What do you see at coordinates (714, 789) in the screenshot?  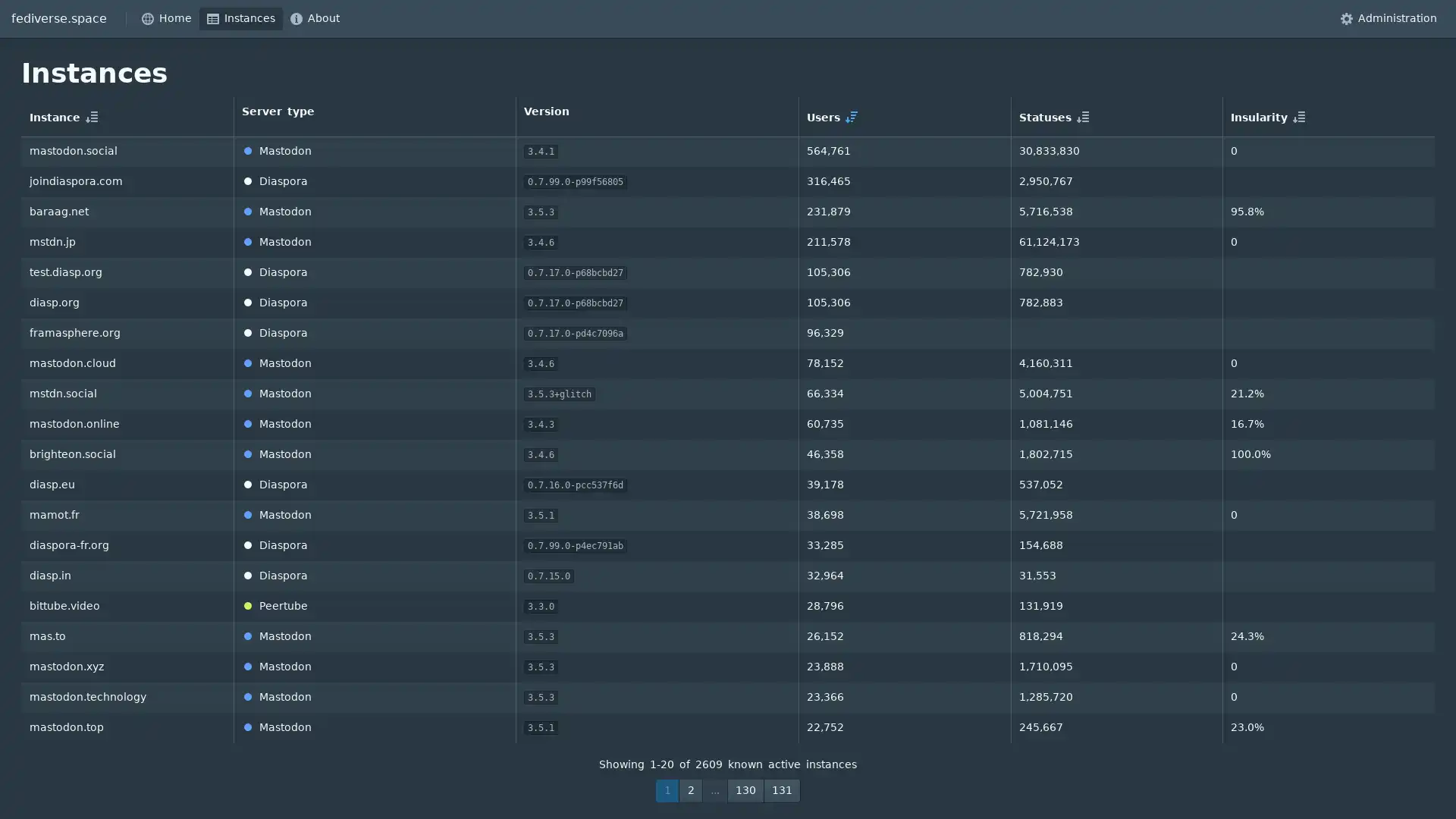 I see `...` at bounding box center [714, 789].